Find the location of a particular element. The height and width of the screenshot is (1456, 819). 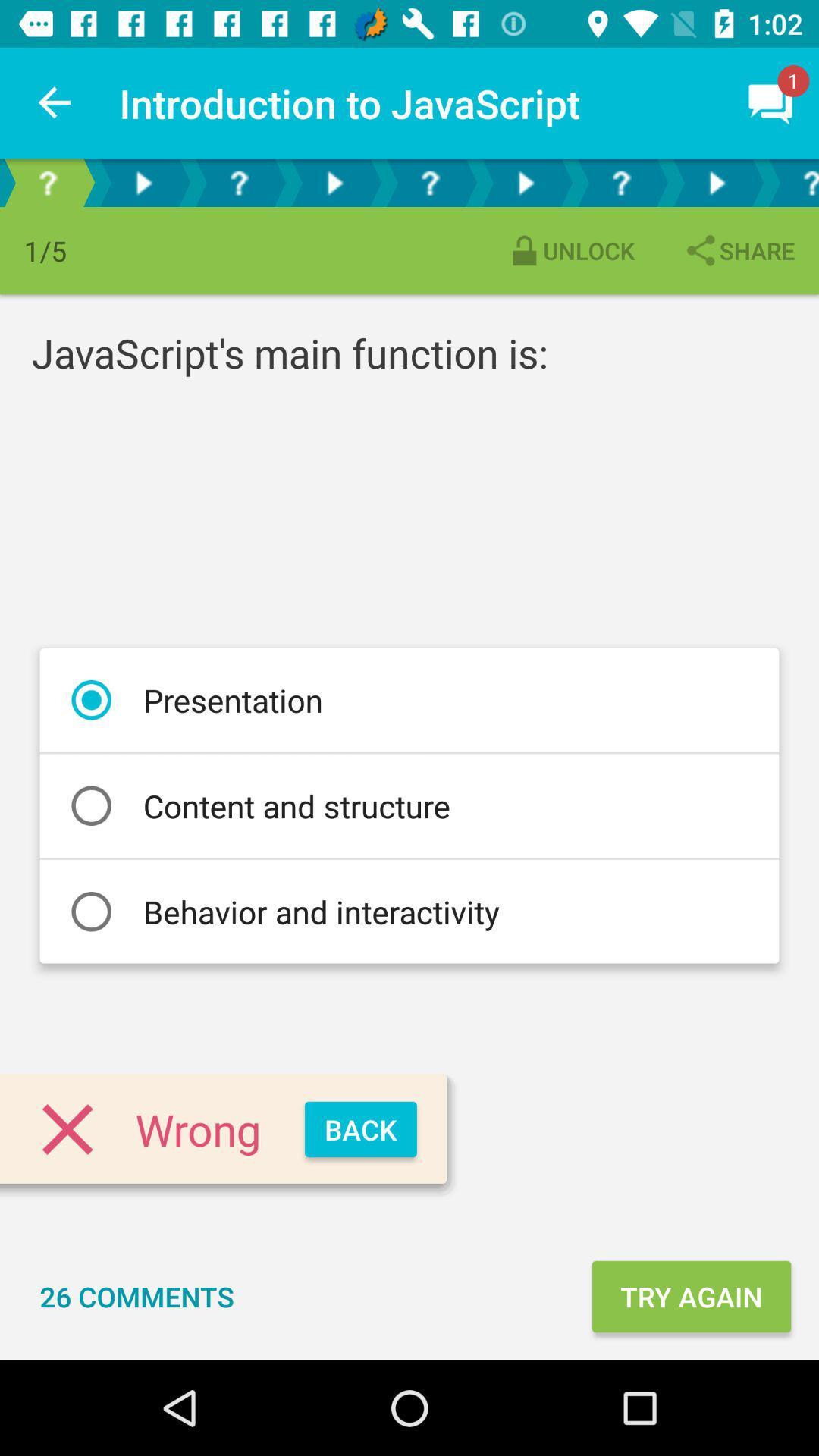

the play icon is located at coordinates (333, 182).